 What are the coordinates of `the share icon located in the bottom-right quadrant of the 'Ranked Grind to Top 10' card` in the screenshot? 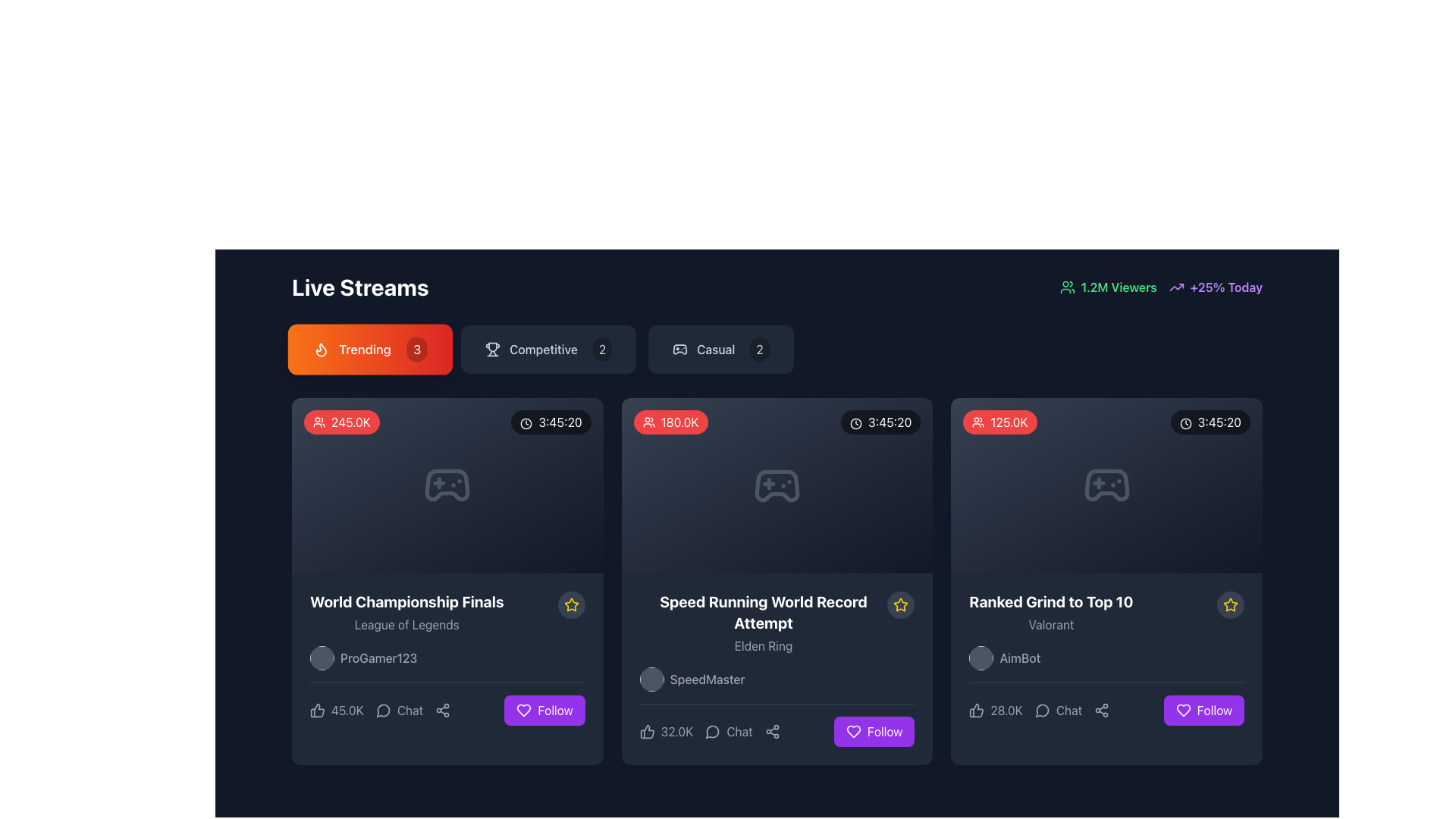 It's located at (1106, 704).